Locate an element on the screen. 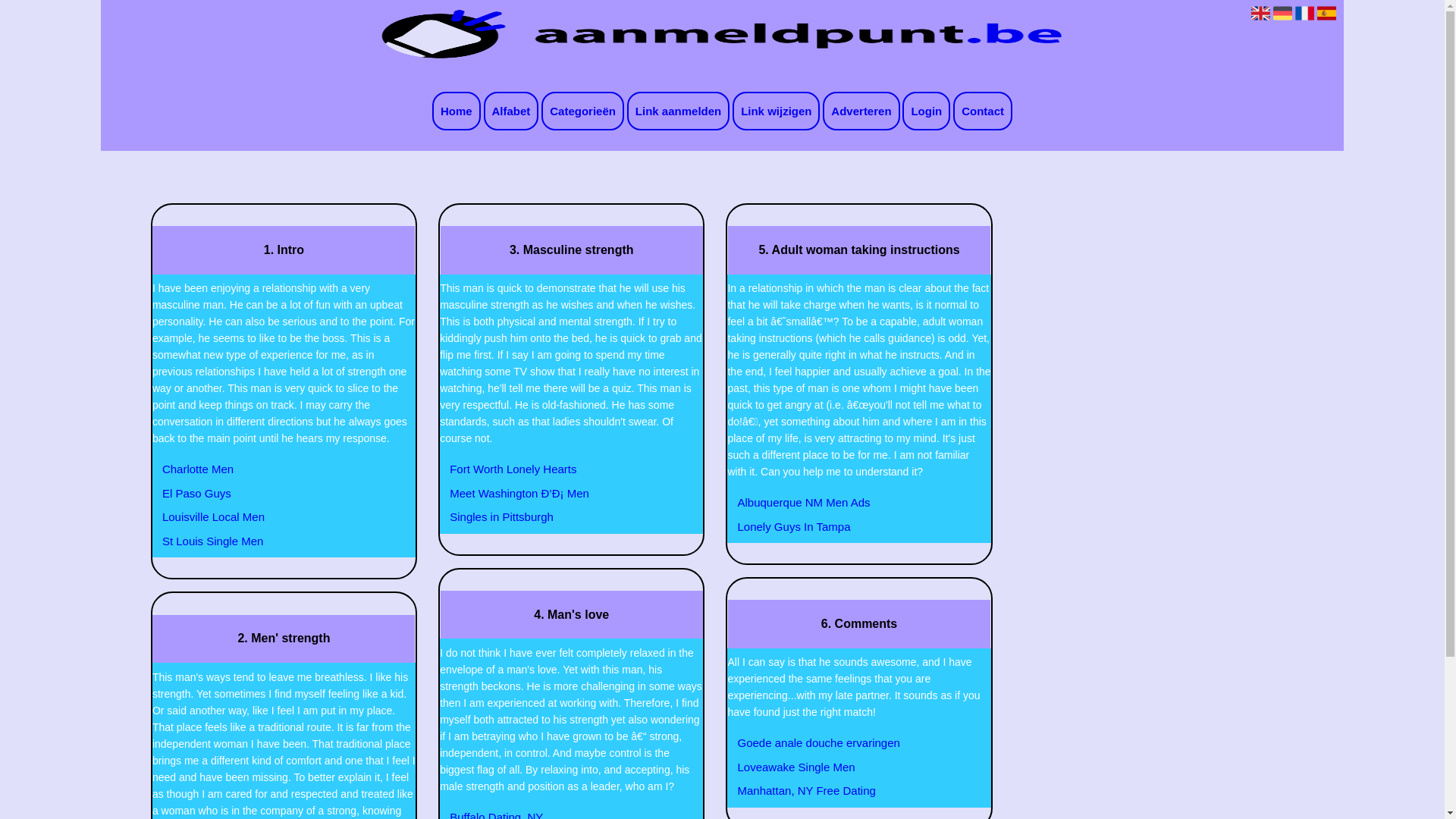 The width and height of the screenshot is (1456, 819). 'Goede anale douche ervaringen' is located at coordinates (850, 742).